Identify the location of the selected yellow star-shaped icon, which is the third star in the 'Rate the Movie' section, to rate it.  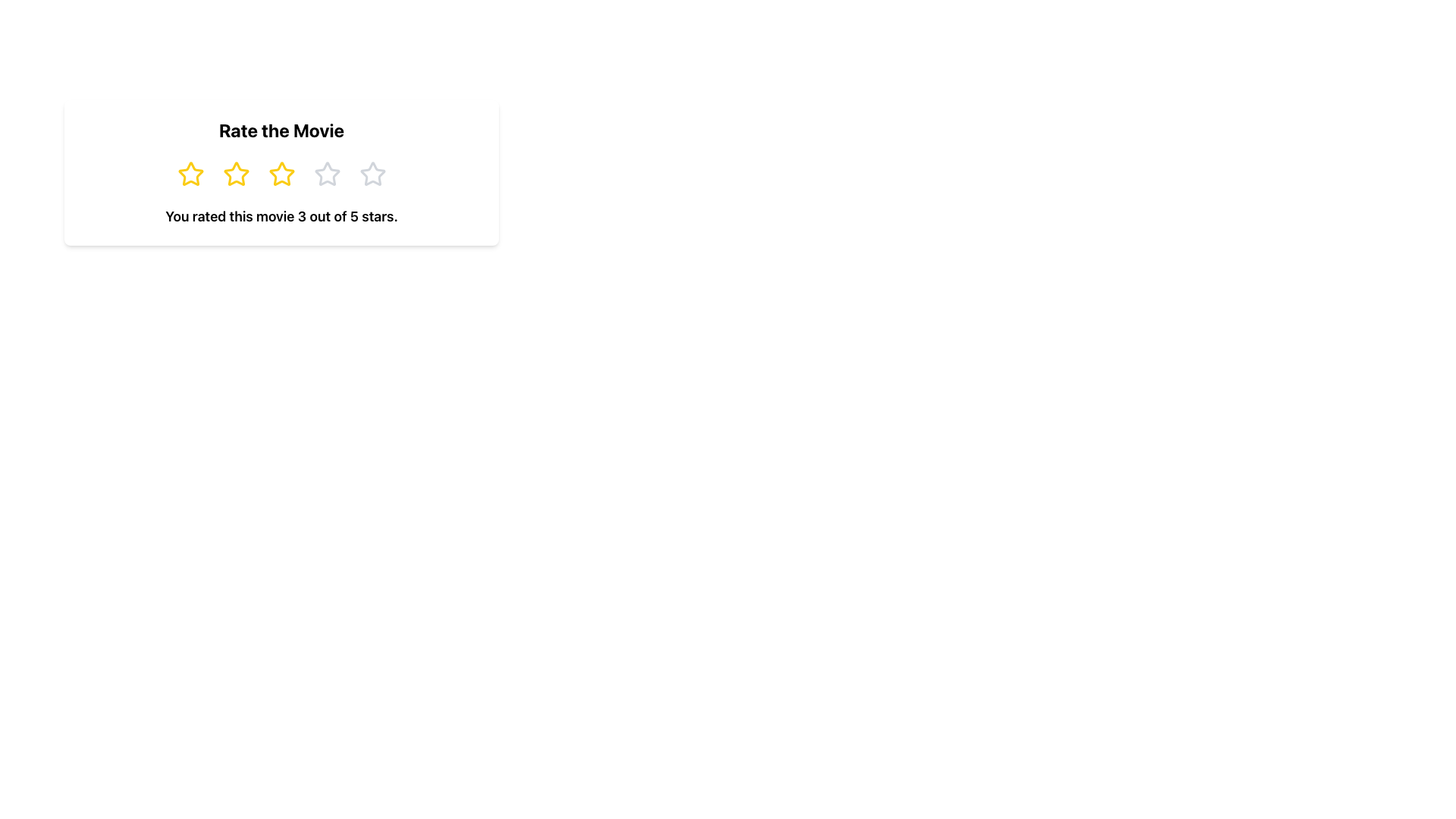
(281, 173).